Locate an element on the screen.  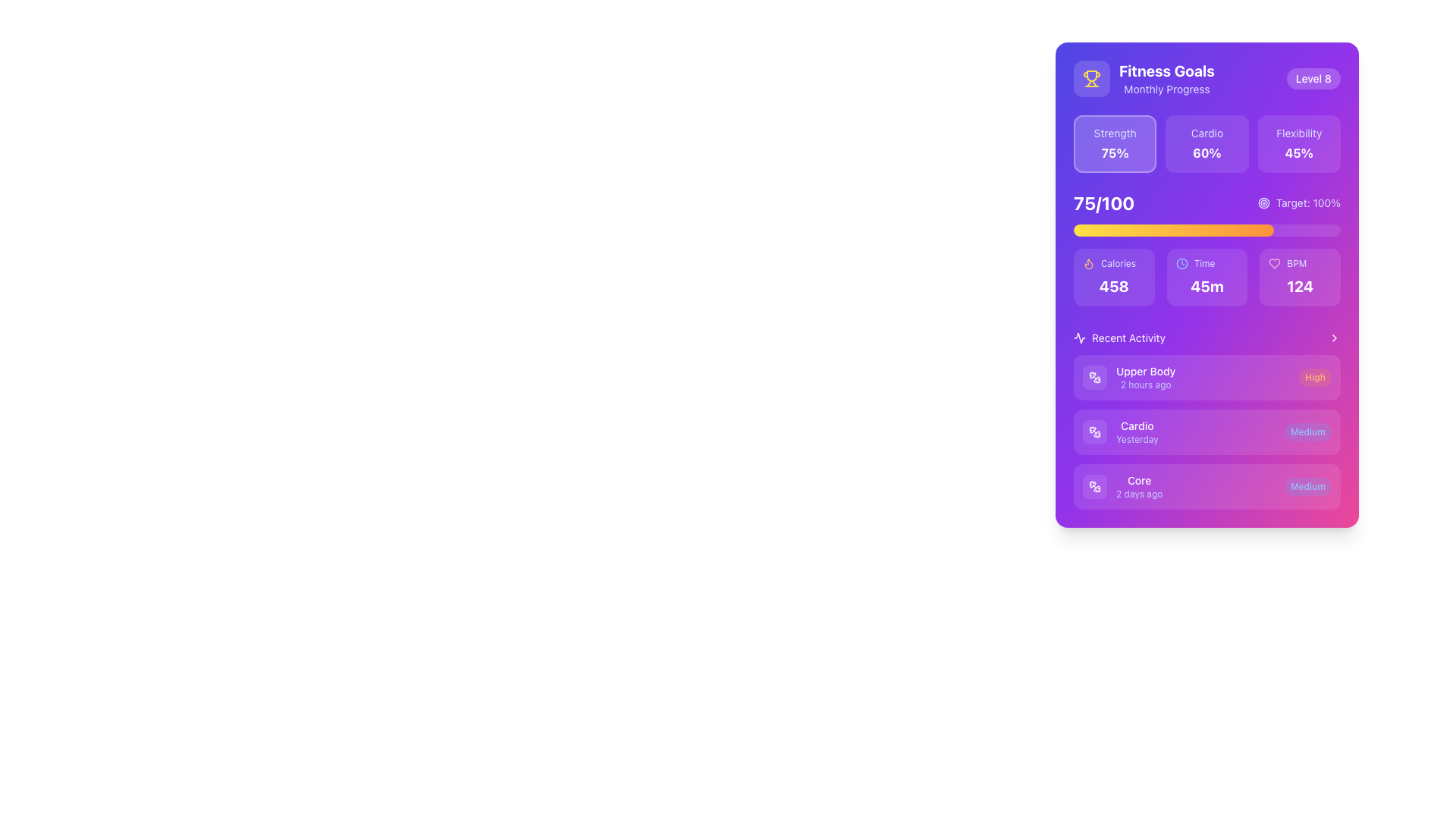
the static text label that identifies the type or name of the activity in the fourth item of the vertical list under the 'Recent Activity' section is located at coordinates (1139, 480).